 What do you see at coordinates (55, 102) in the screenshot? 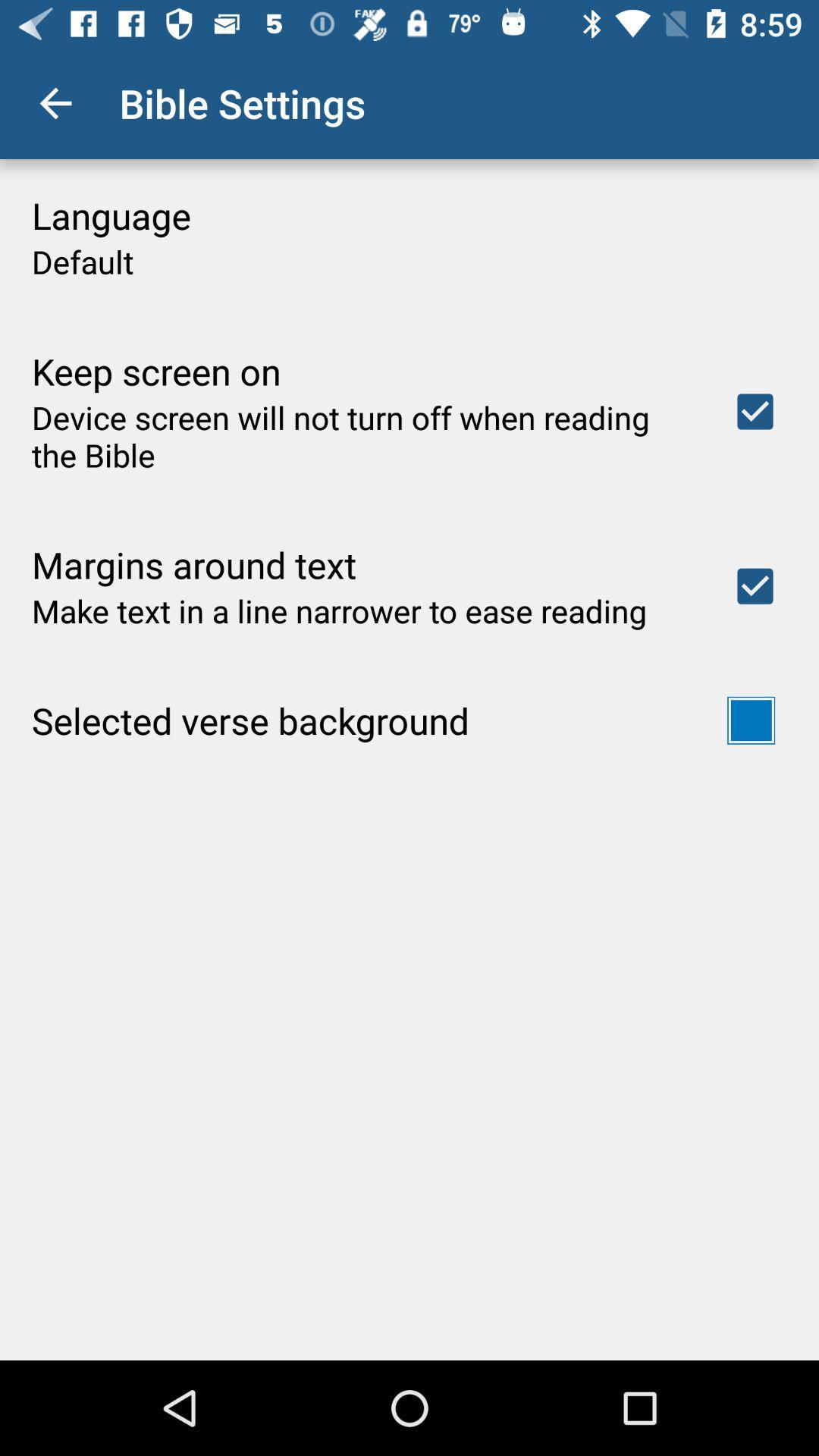
I see `icon next to bible settings icon` at bounding box center [55, 102].